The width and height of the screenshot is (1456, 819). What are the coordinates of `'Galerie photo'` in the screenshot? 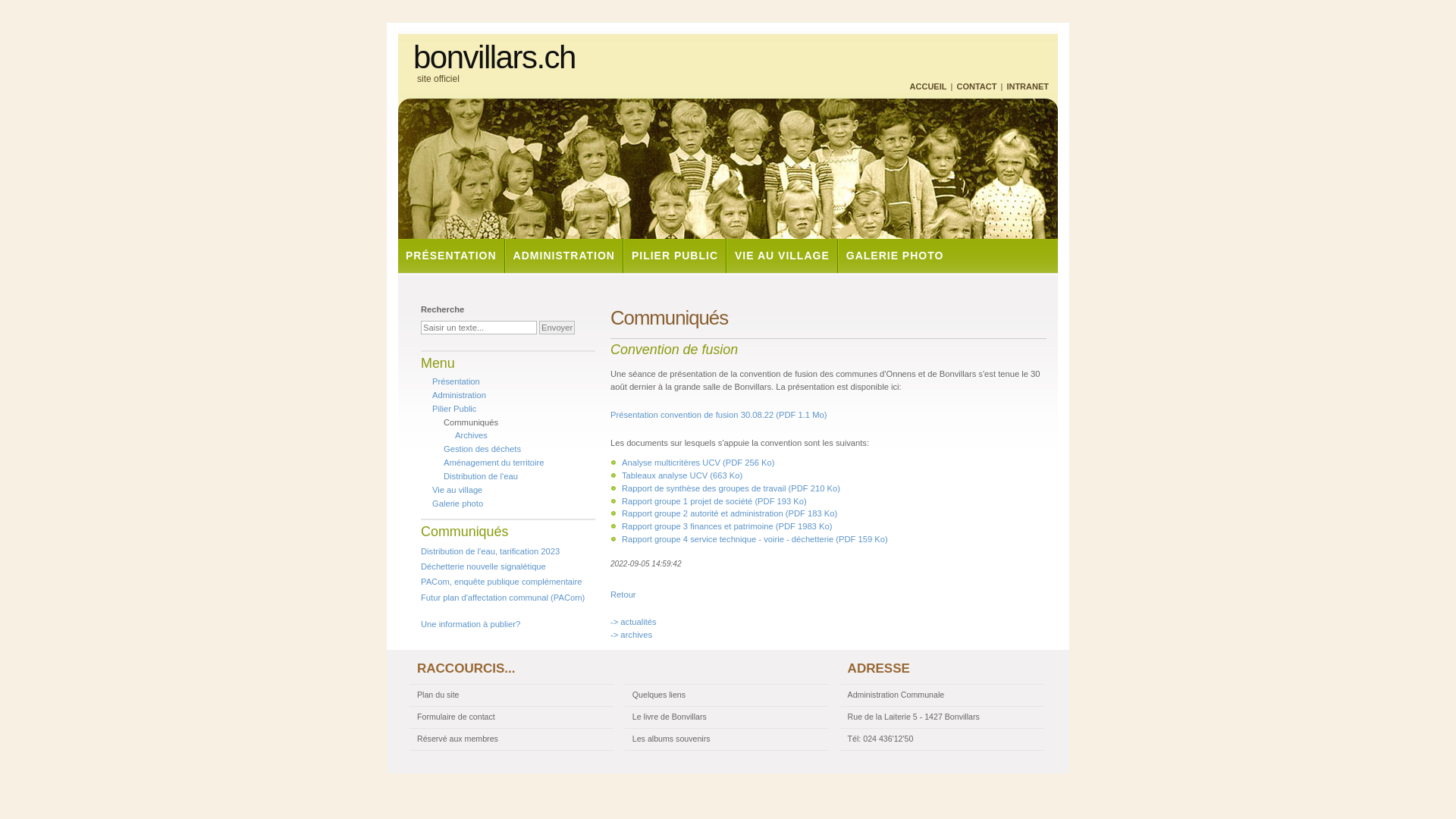 It's located at (457, 503).